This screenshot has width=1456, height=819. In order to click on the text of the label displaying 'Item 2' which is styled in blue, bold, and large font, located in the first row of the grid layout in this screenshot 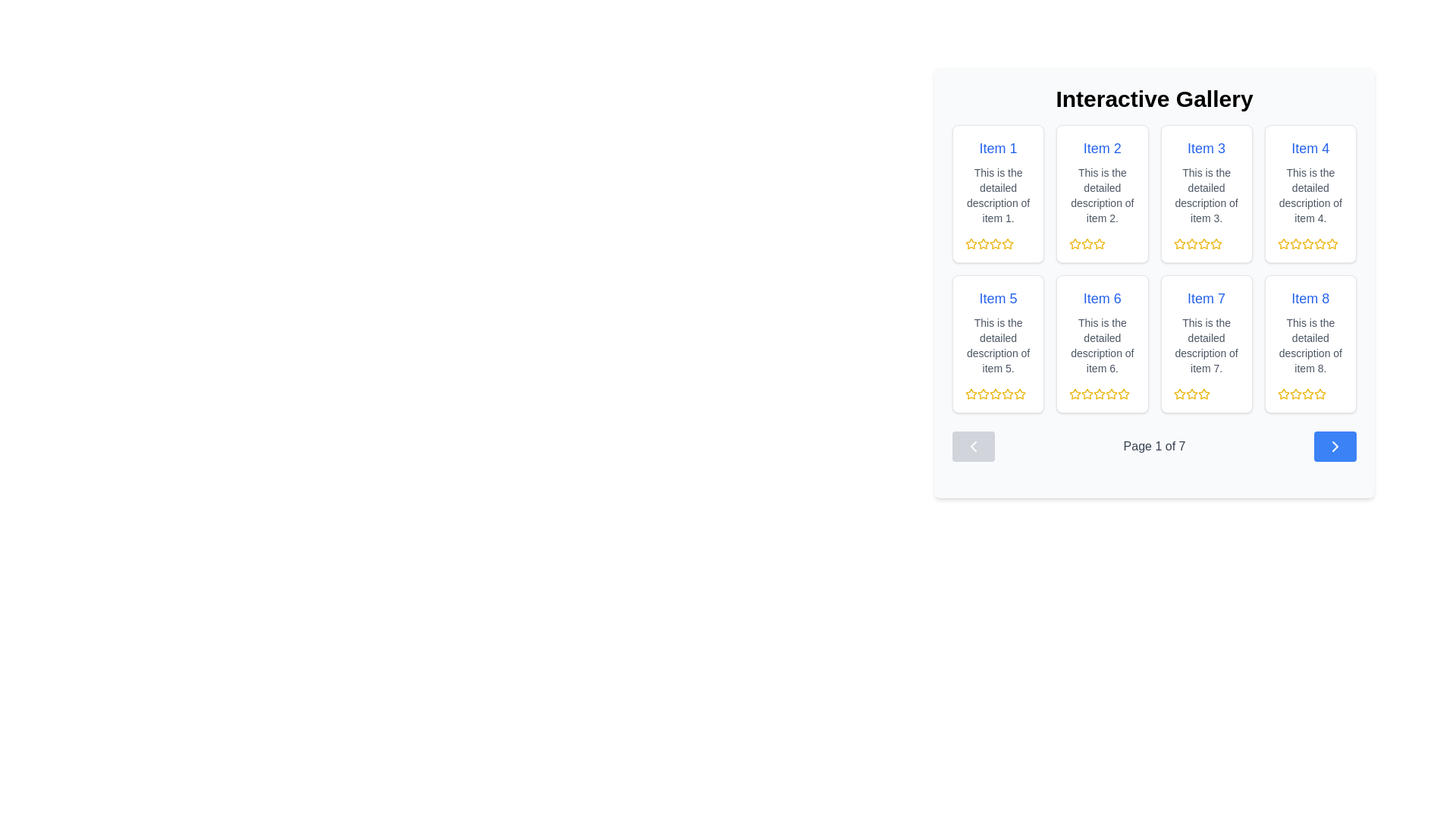, I will do `click(1102, 149)`.